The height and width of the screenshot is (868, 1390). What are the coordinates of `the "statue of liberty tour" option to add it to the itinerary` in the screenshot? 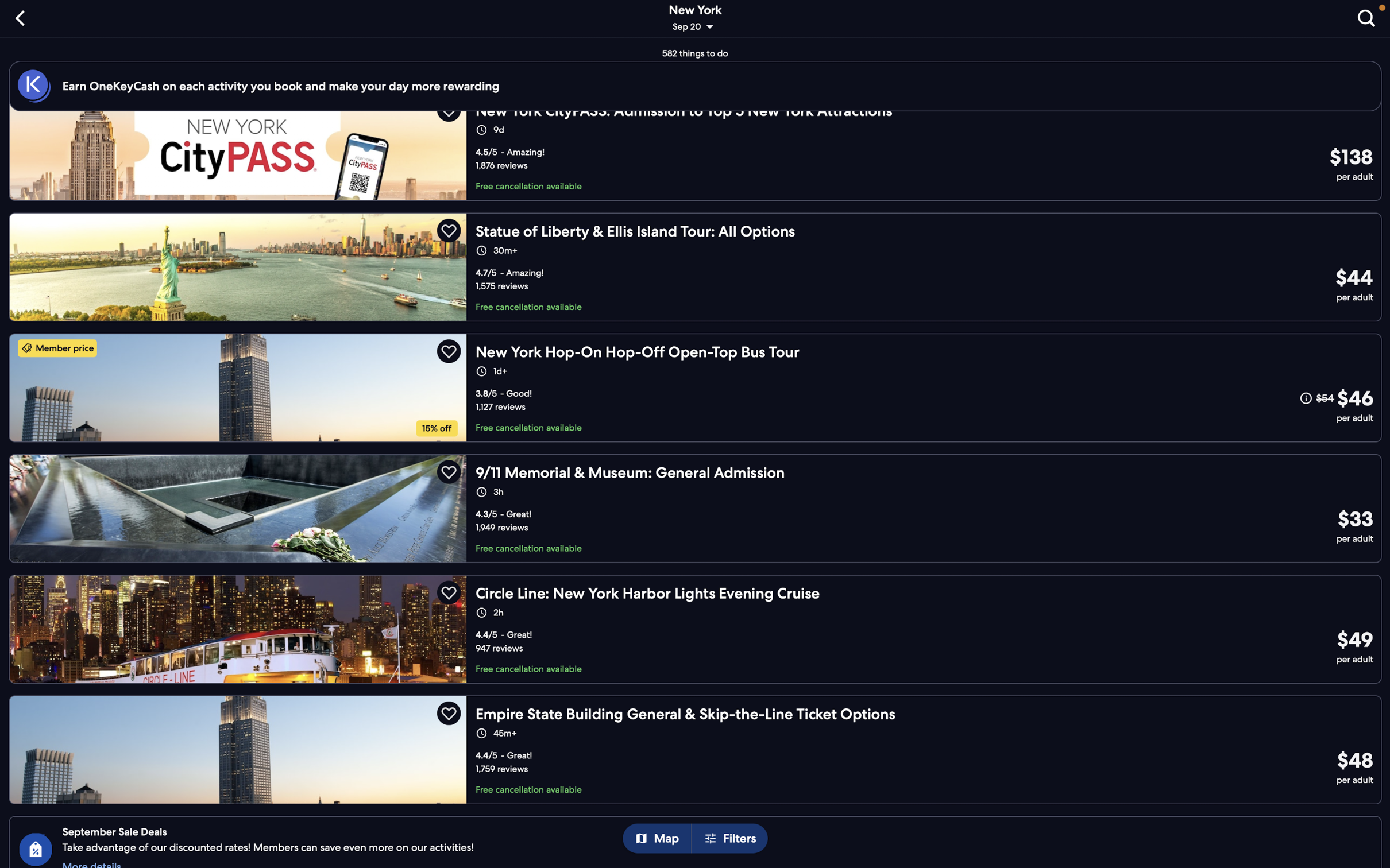 It's located at (696, 265).